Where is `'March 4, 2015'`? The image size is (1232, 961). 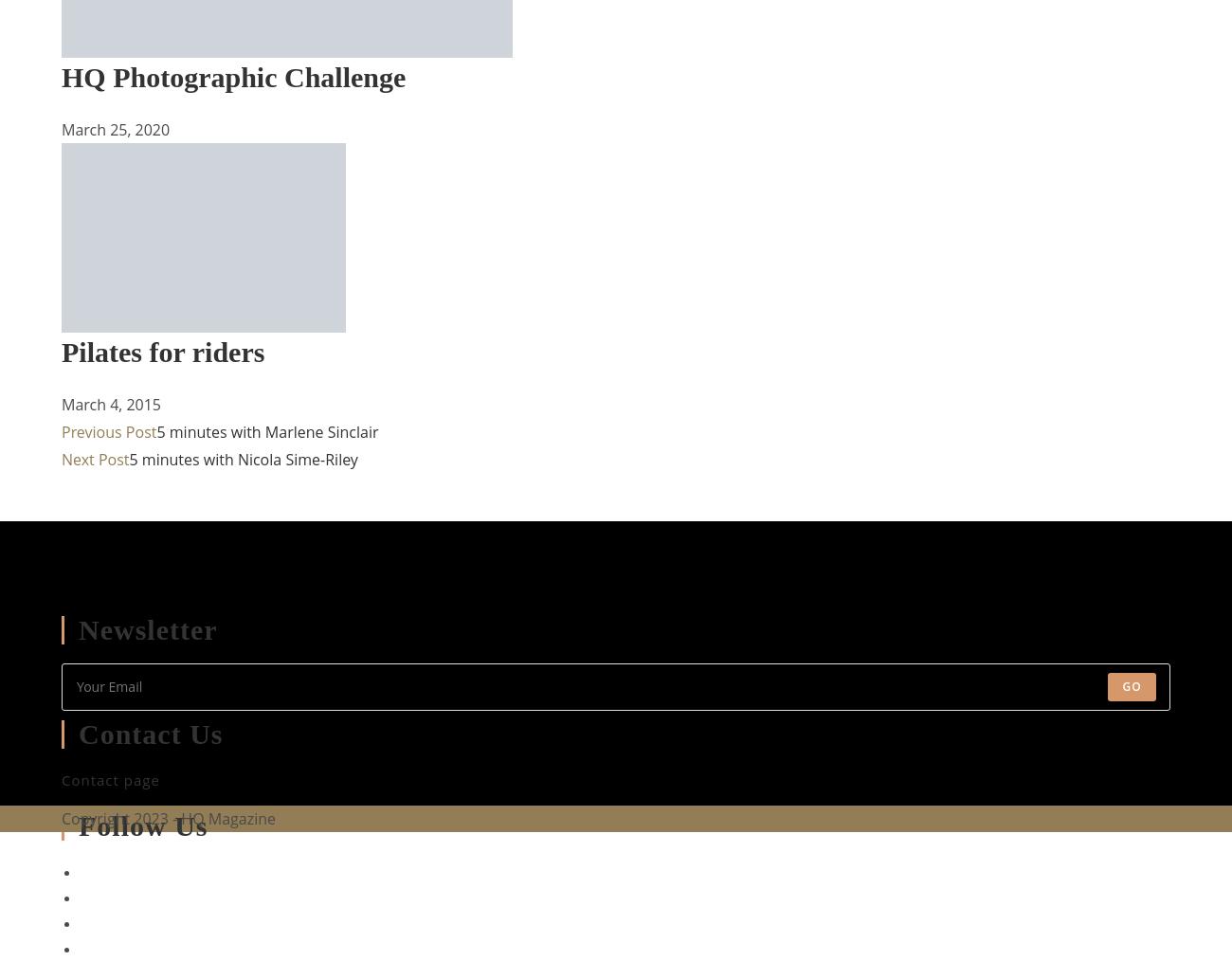
'March 4, 2015' is located at coordinates (62, 404).